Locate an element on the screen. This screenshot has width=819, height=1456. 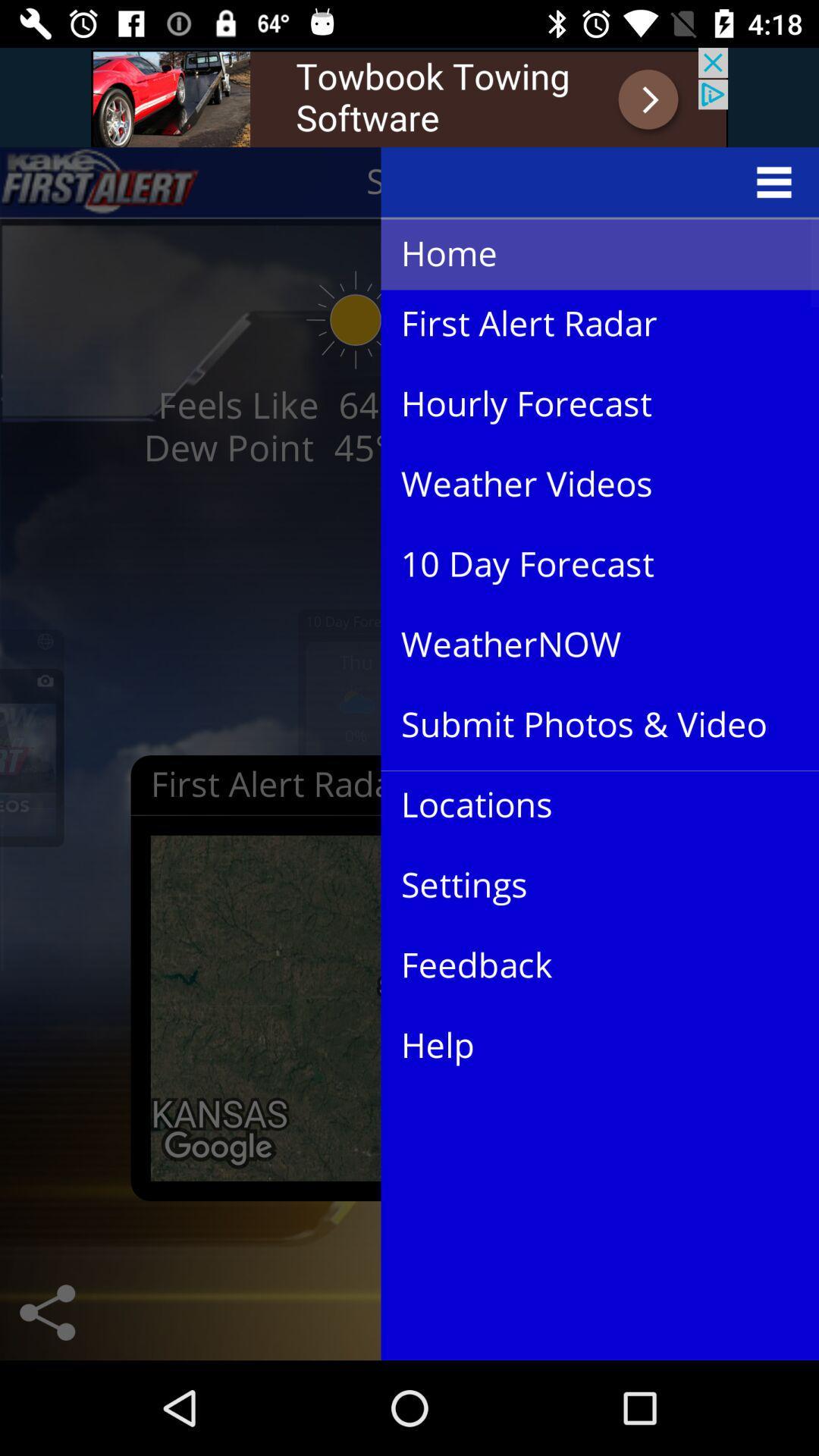
the share icon is located at coordinates (46, 1312).